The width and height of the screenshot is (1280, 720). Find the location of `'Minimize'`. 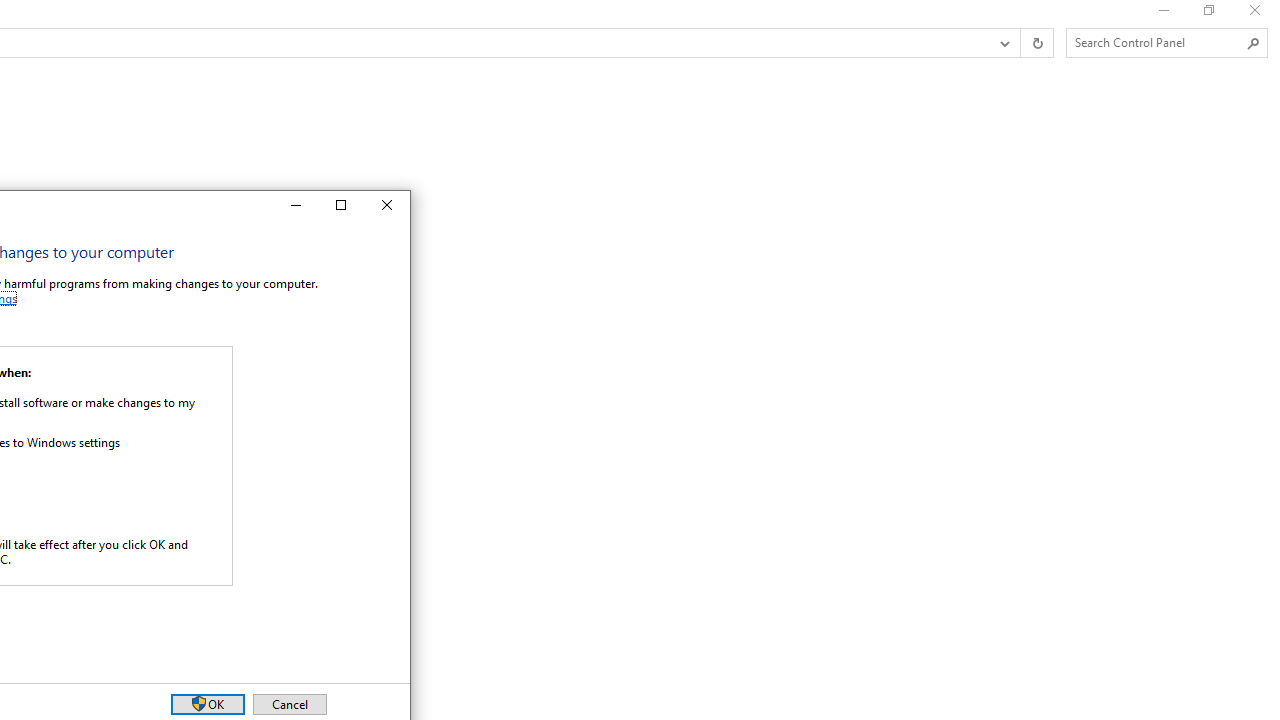

'Minimize' is located at coordinates (293, 205).